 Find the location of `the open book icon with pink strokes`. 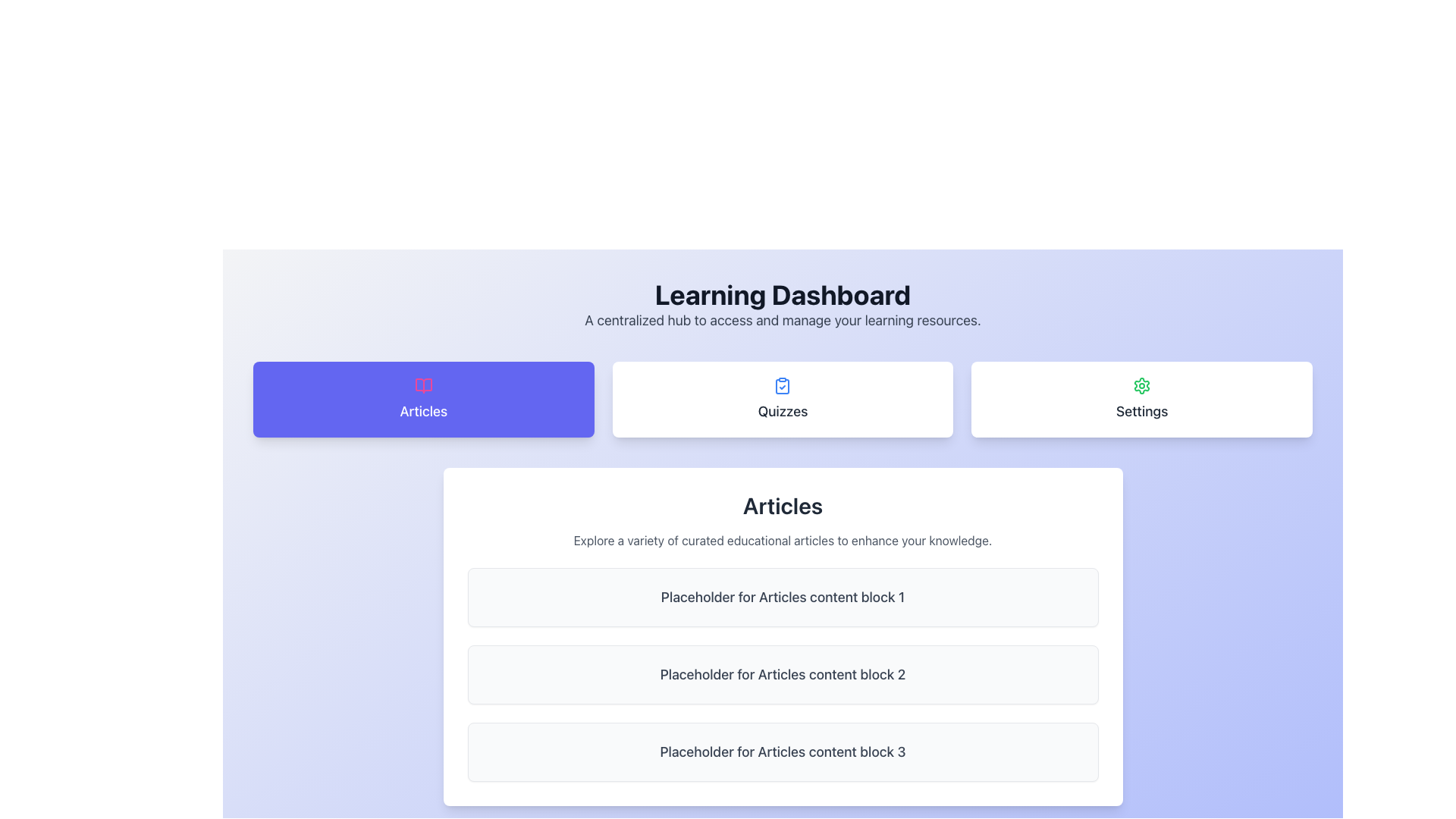

the open book icon with pink strokes is located at coordinates (423, 385).